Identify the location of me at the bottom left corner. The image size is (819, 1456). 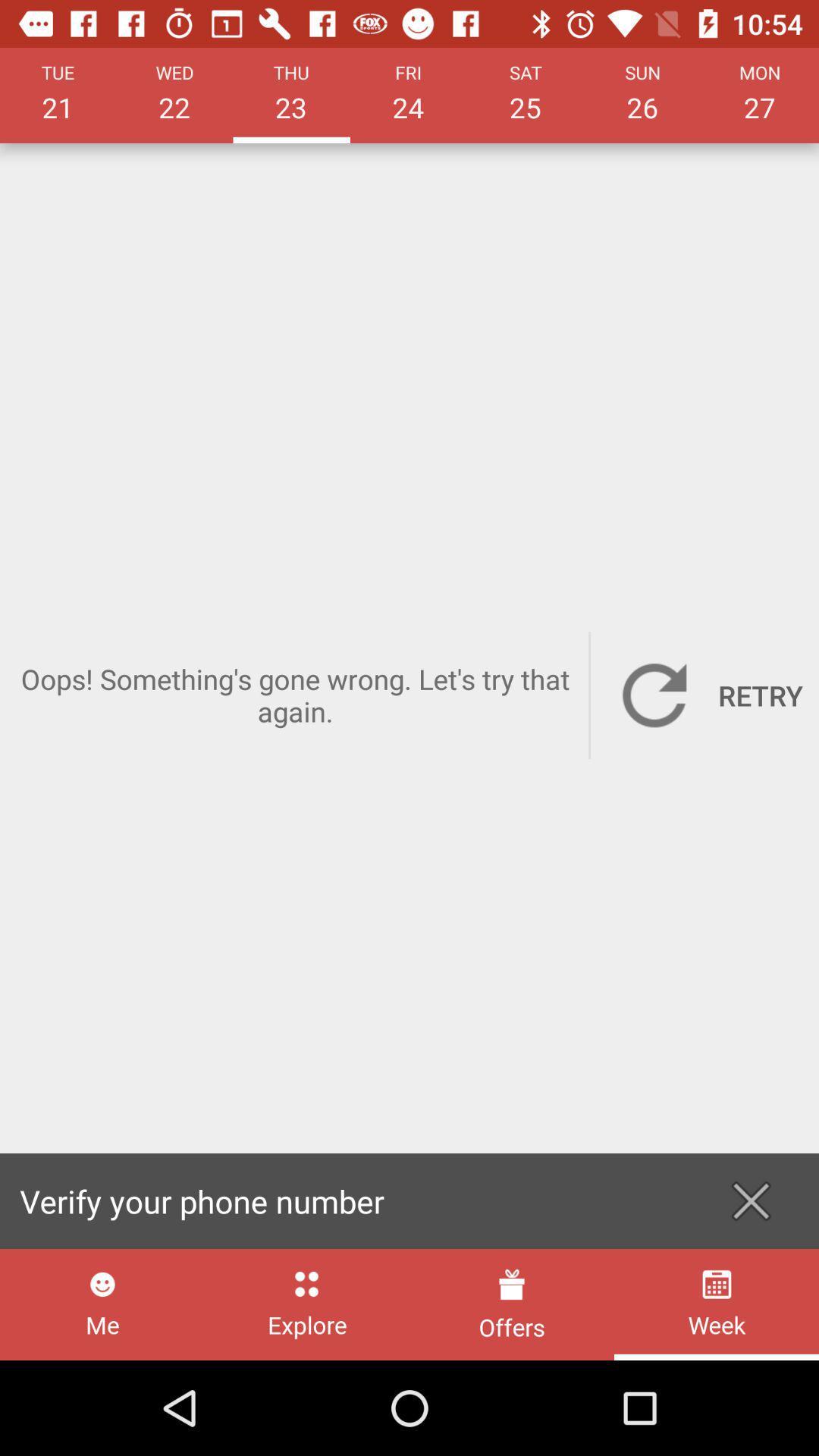
(102, 1304).